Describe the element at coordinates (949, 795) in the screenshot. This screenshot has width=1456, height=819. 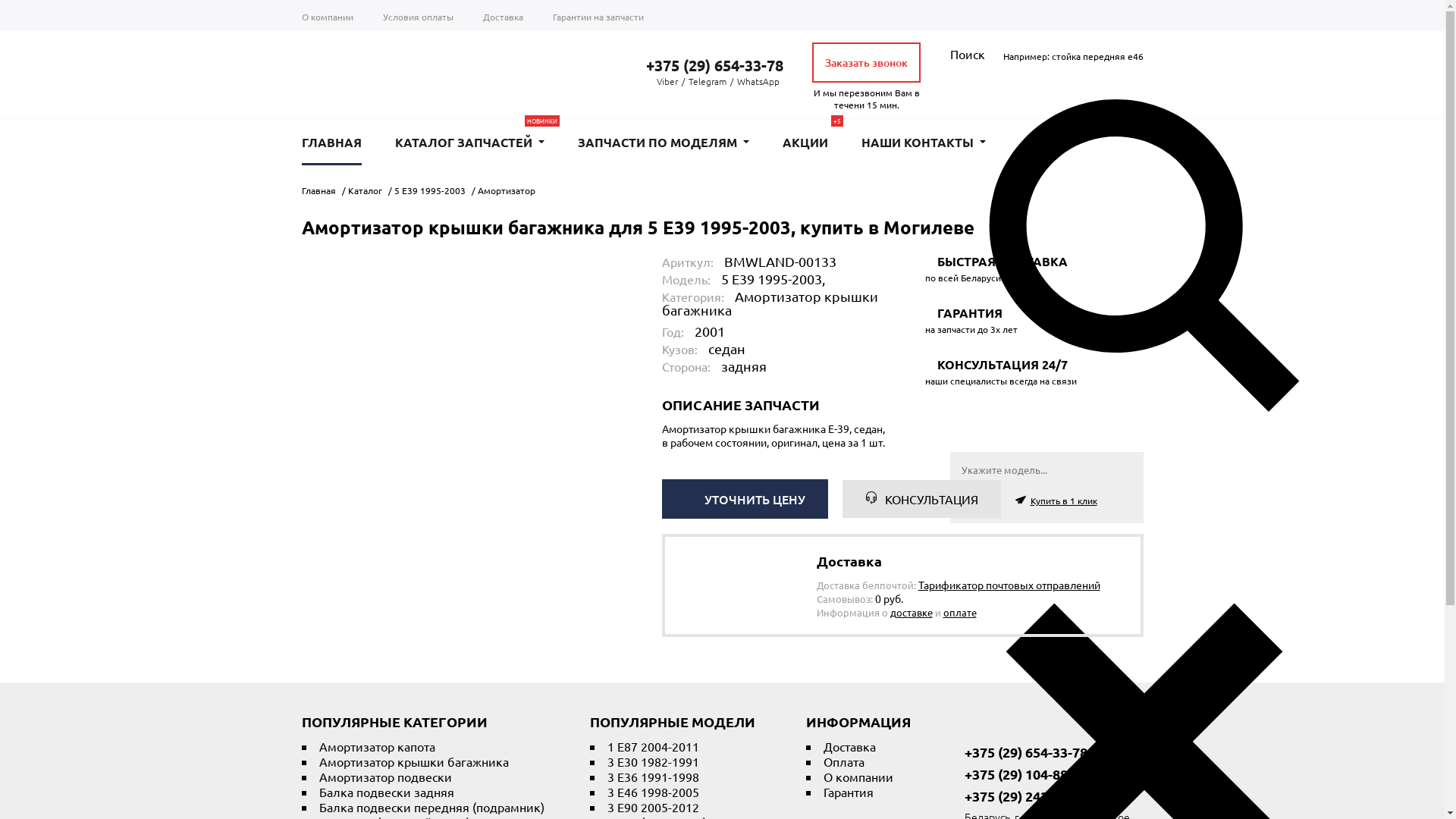
I see `'+375 (29) 242-21-05'` at that location.